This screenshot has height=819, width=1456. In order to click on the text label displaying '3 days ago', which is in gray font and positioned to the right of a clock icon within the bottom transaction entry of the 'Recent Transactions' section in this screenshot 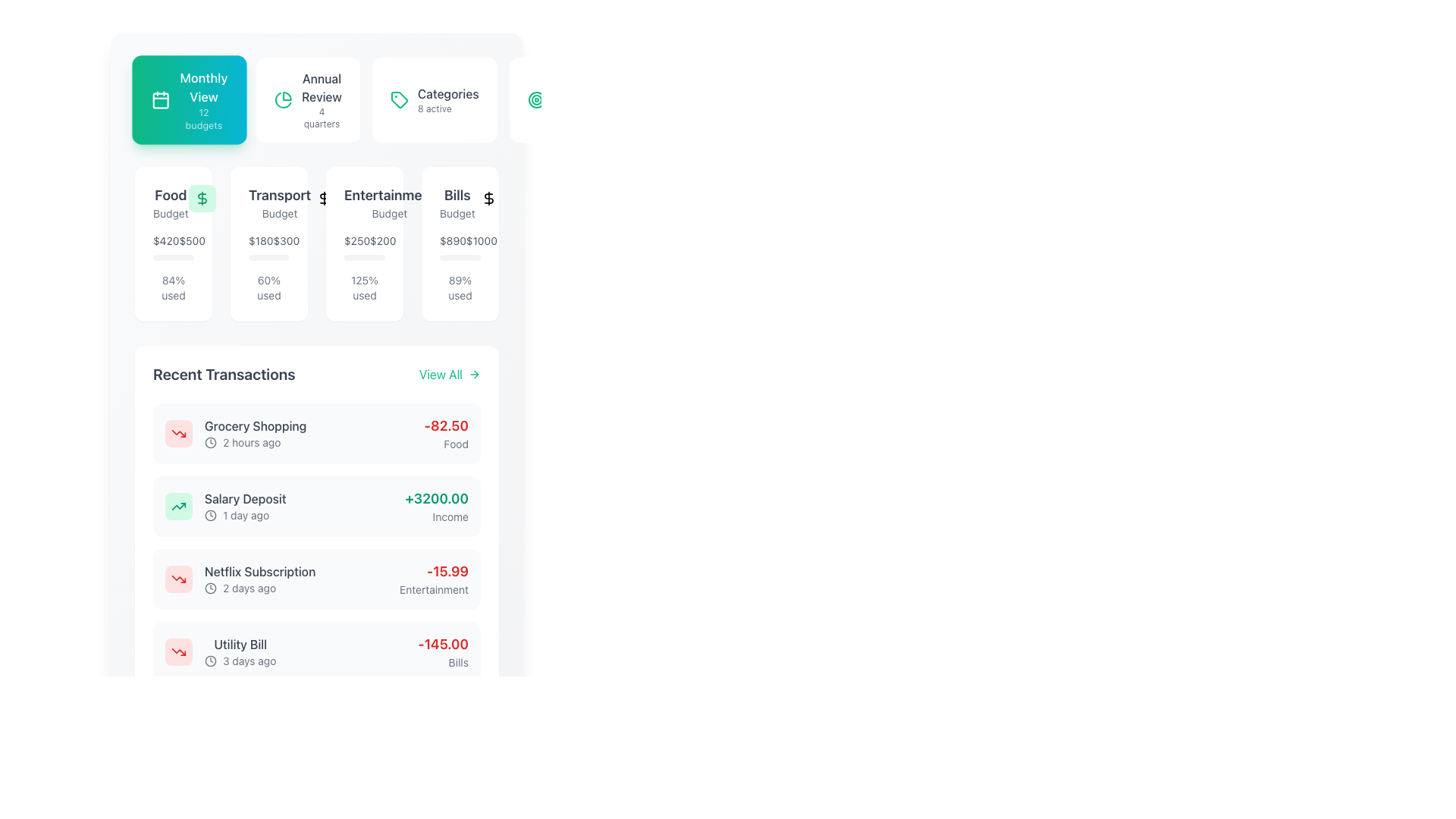, I will do `click(249, 660)`.